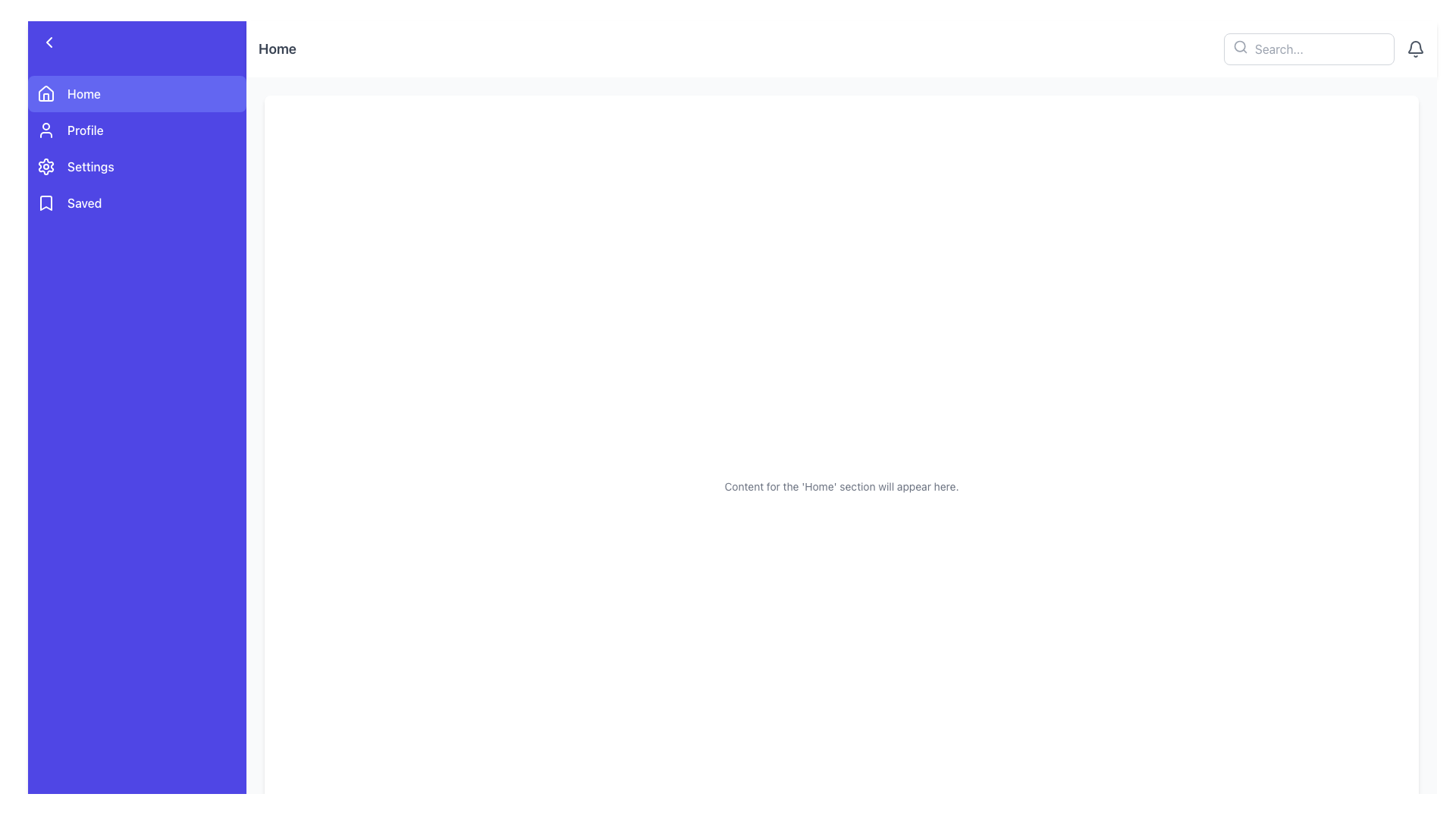 This screenshot has width=1456, height=819. What do you see at coordinates (46, 93) in the screenshot?
I see `the 'Home' menu icon located in the top section of the left sidebar` at bounding box center [46, 93].